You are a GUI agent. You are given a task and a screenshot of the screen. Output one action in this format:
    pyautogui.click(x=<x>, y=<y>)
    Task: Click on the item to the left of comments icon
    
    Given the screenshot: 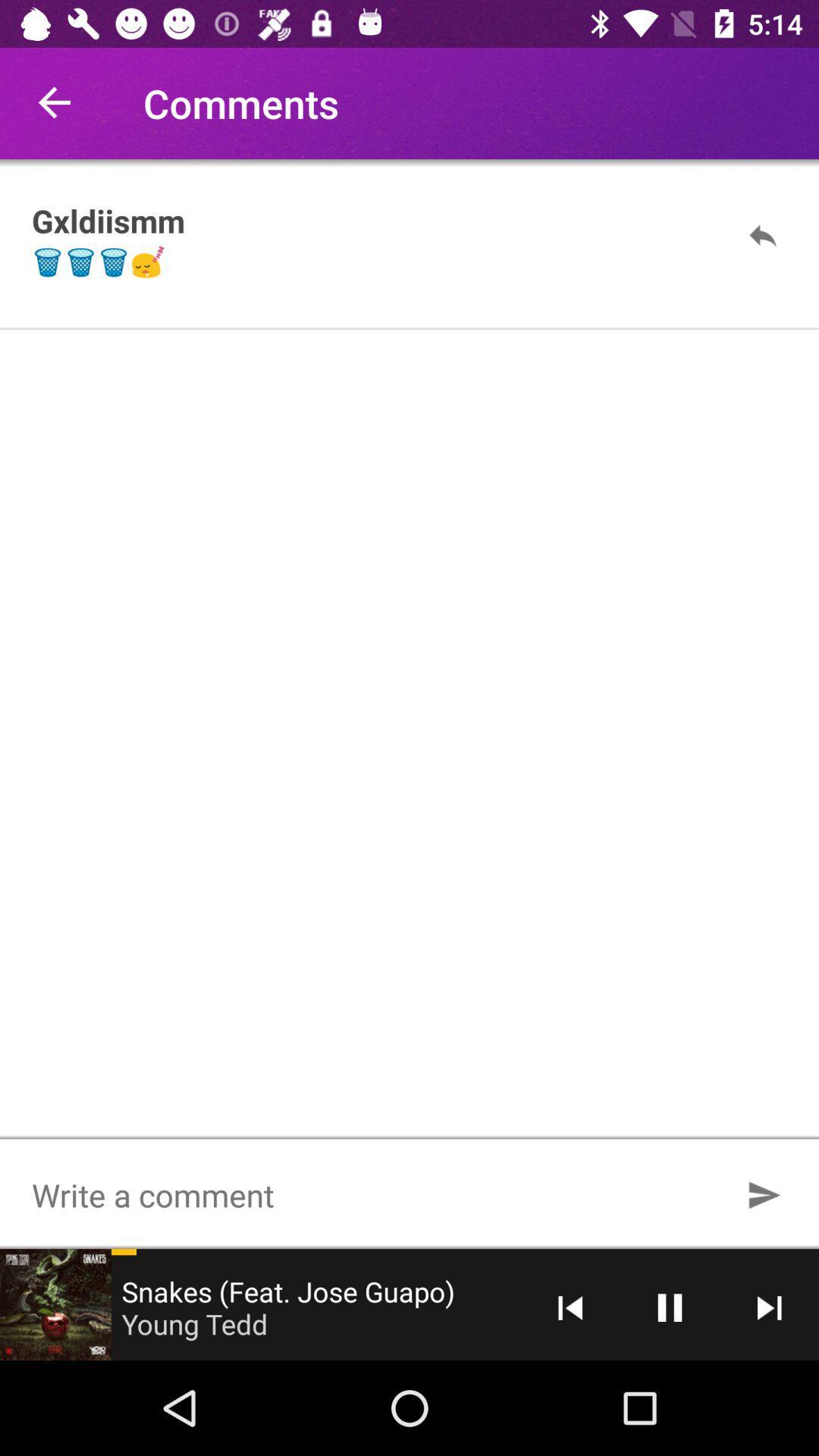 What is the action you would take?
    pyautogui.click(x=55, y=102)
    